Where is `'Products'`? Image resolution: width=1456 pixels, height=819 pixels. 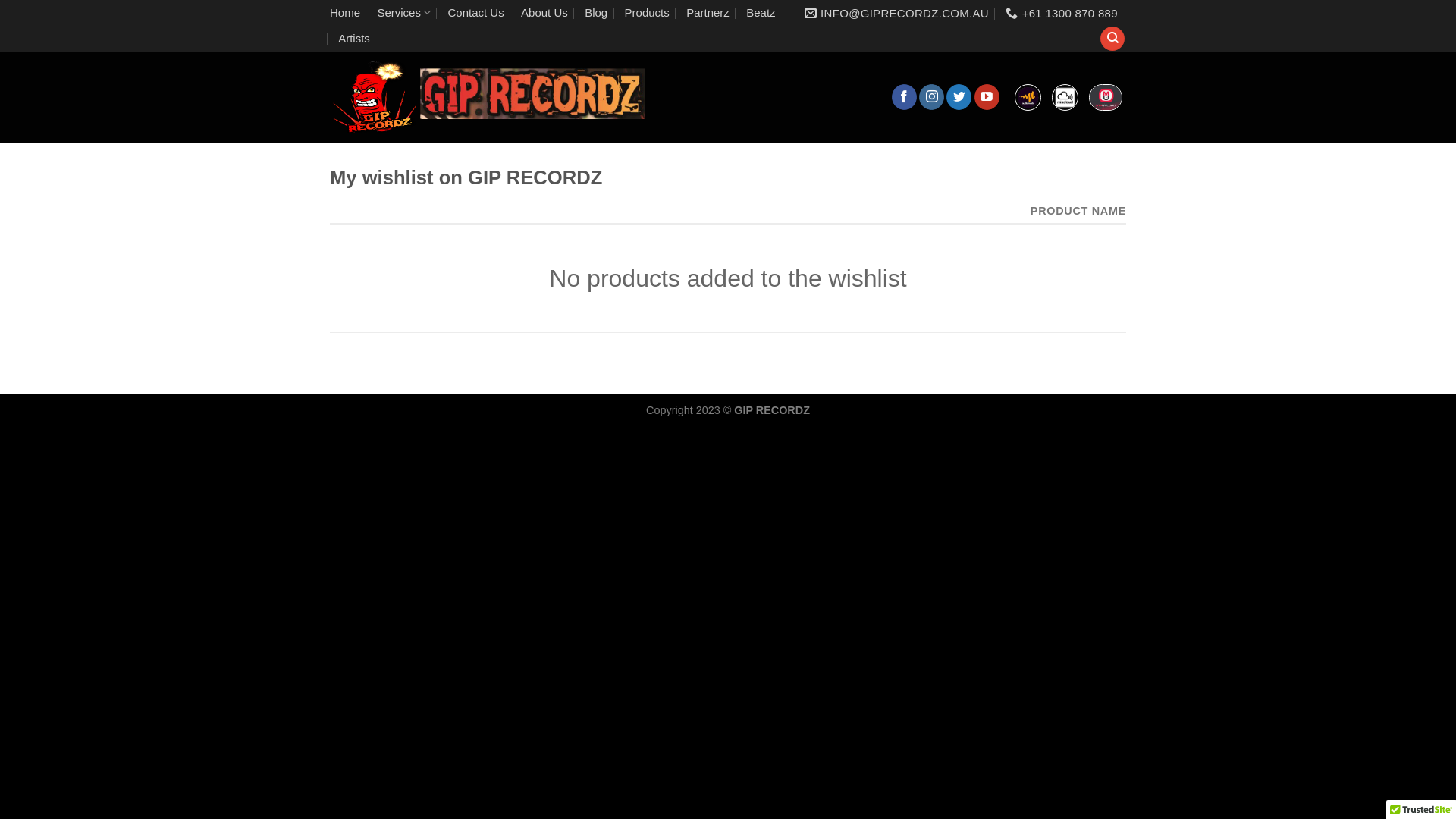
'Products' is located at coordinates (647, 12).